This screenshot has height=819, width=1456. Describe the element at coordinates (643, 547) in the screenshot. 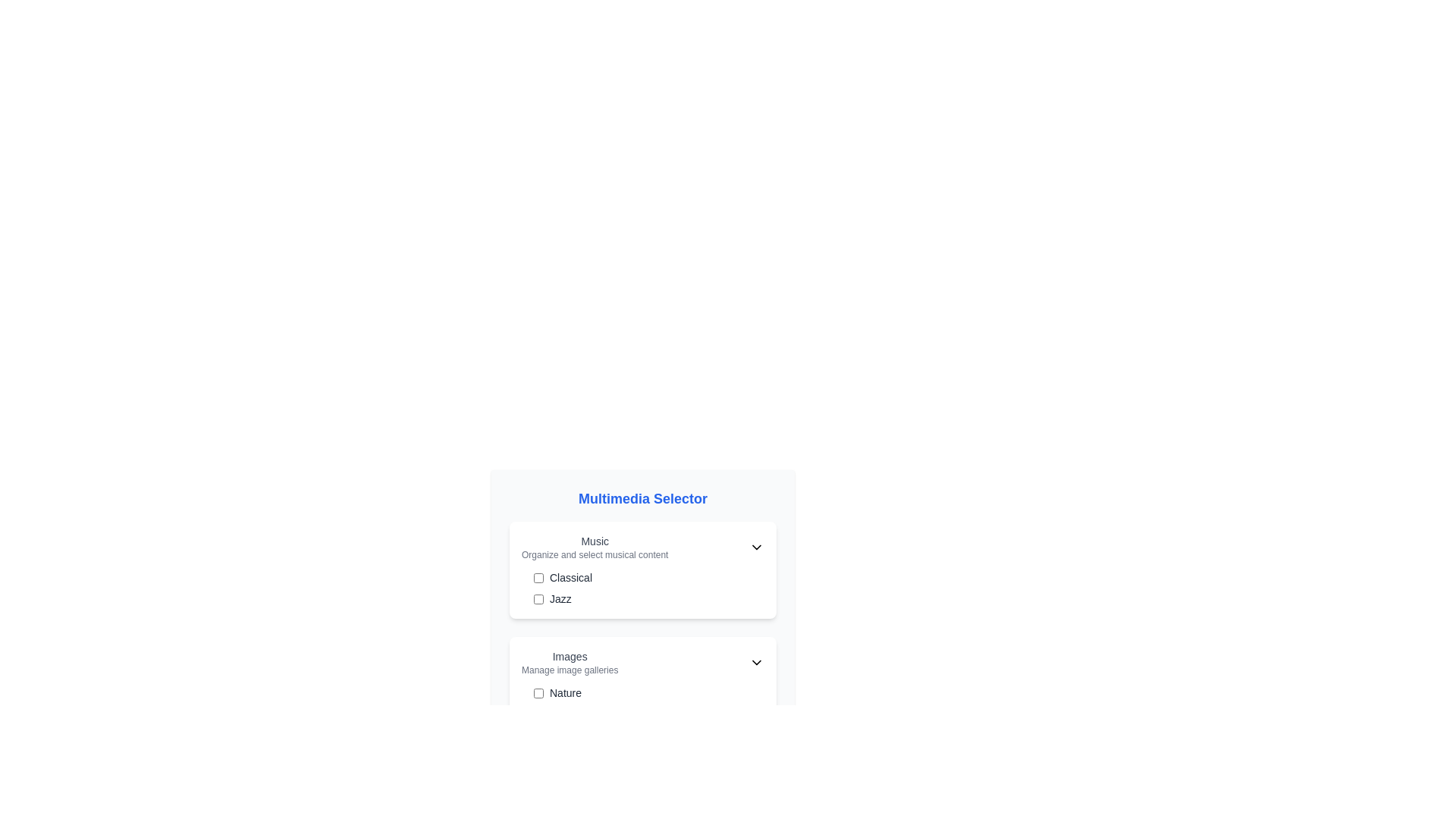

I see `the 'Music' dropdown selector` at that location.